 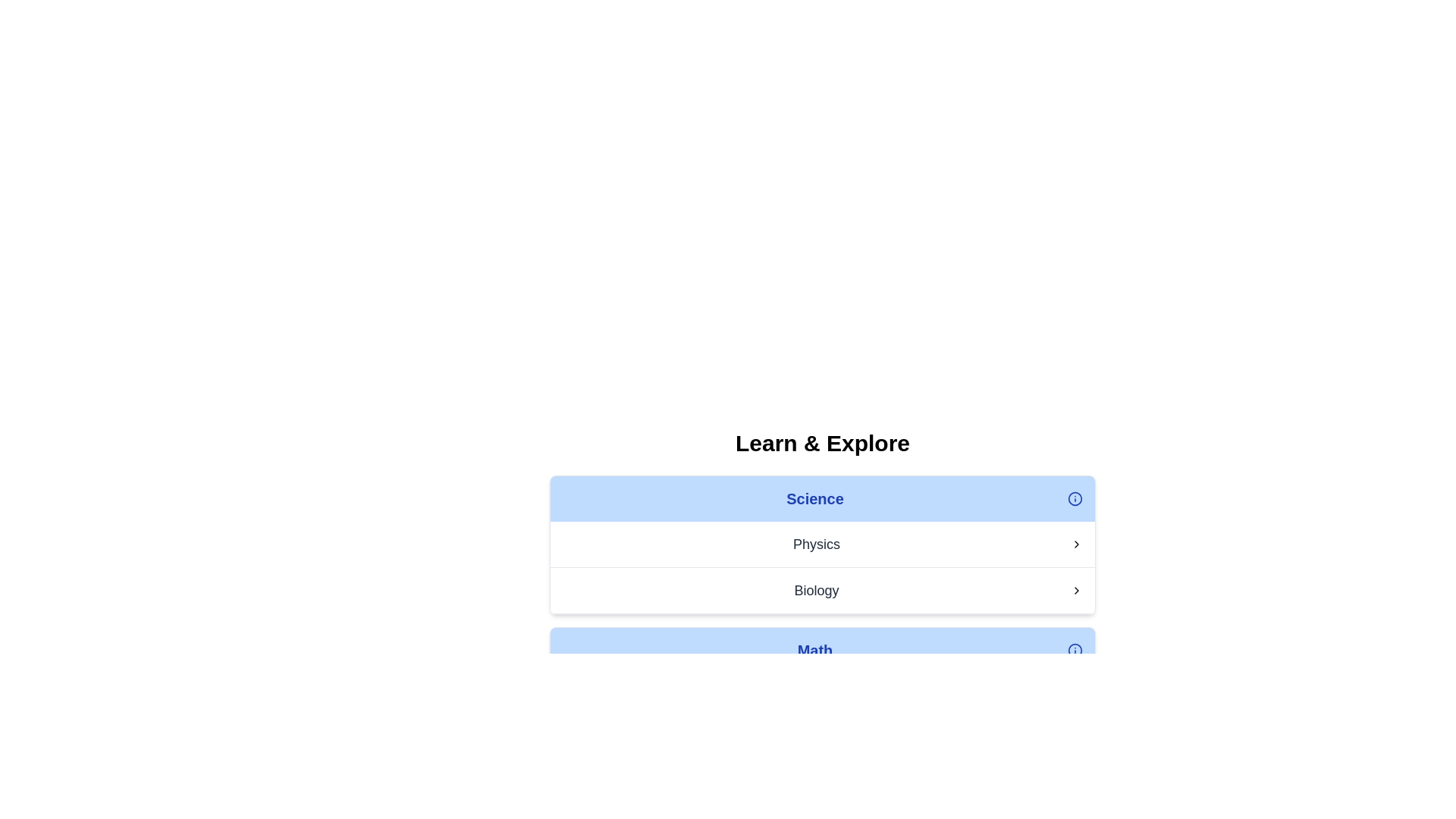 What do you see at coordinates (821, 649) in the screenshot?
I see `the first clickable button related to 'Math'` at bounding box center [821, 649].